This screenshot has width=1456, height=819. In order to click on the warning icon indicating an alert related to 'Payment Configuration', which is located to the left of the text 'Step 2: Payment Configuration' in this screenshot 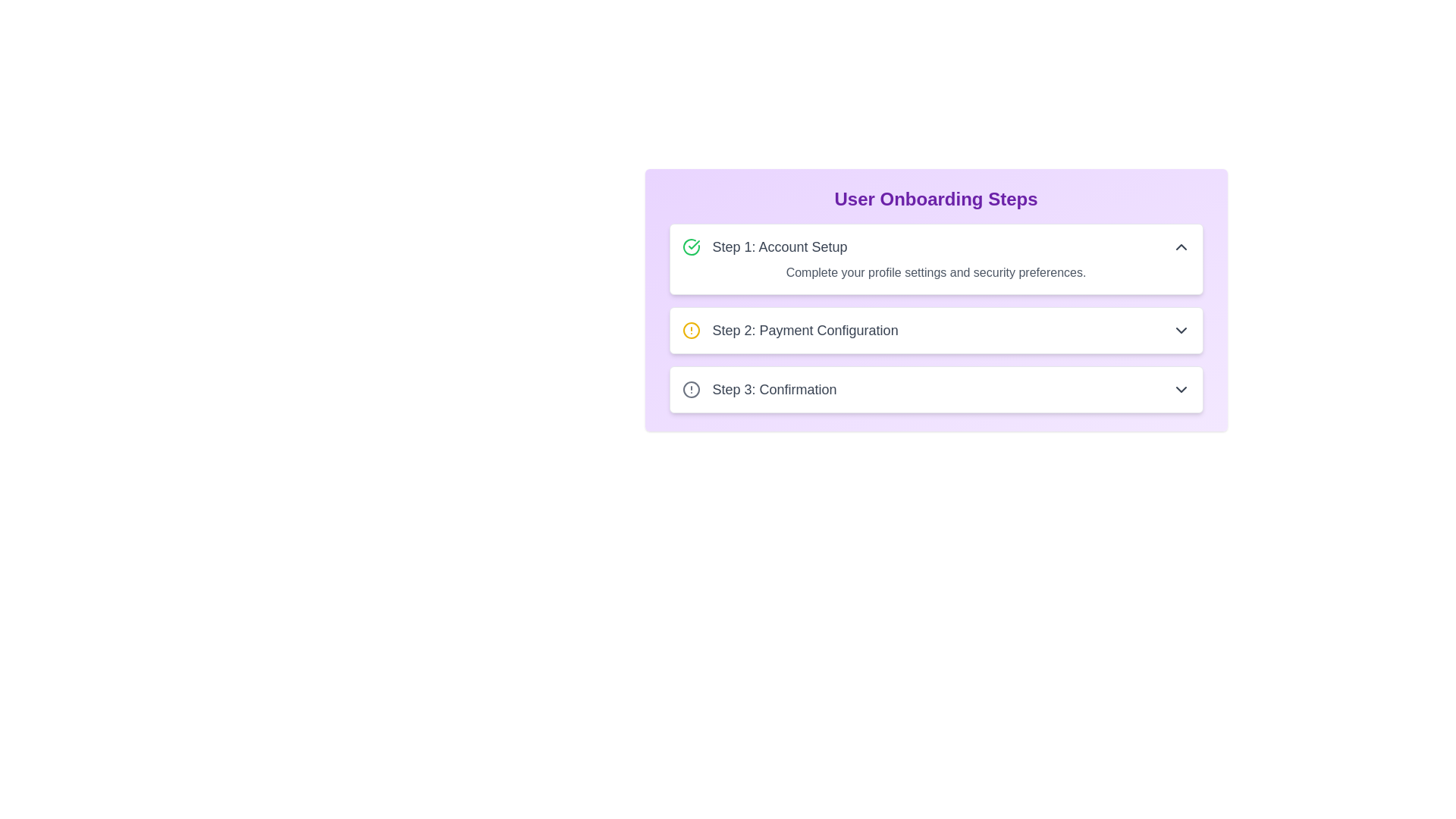, I will do `click(690, 329)`.